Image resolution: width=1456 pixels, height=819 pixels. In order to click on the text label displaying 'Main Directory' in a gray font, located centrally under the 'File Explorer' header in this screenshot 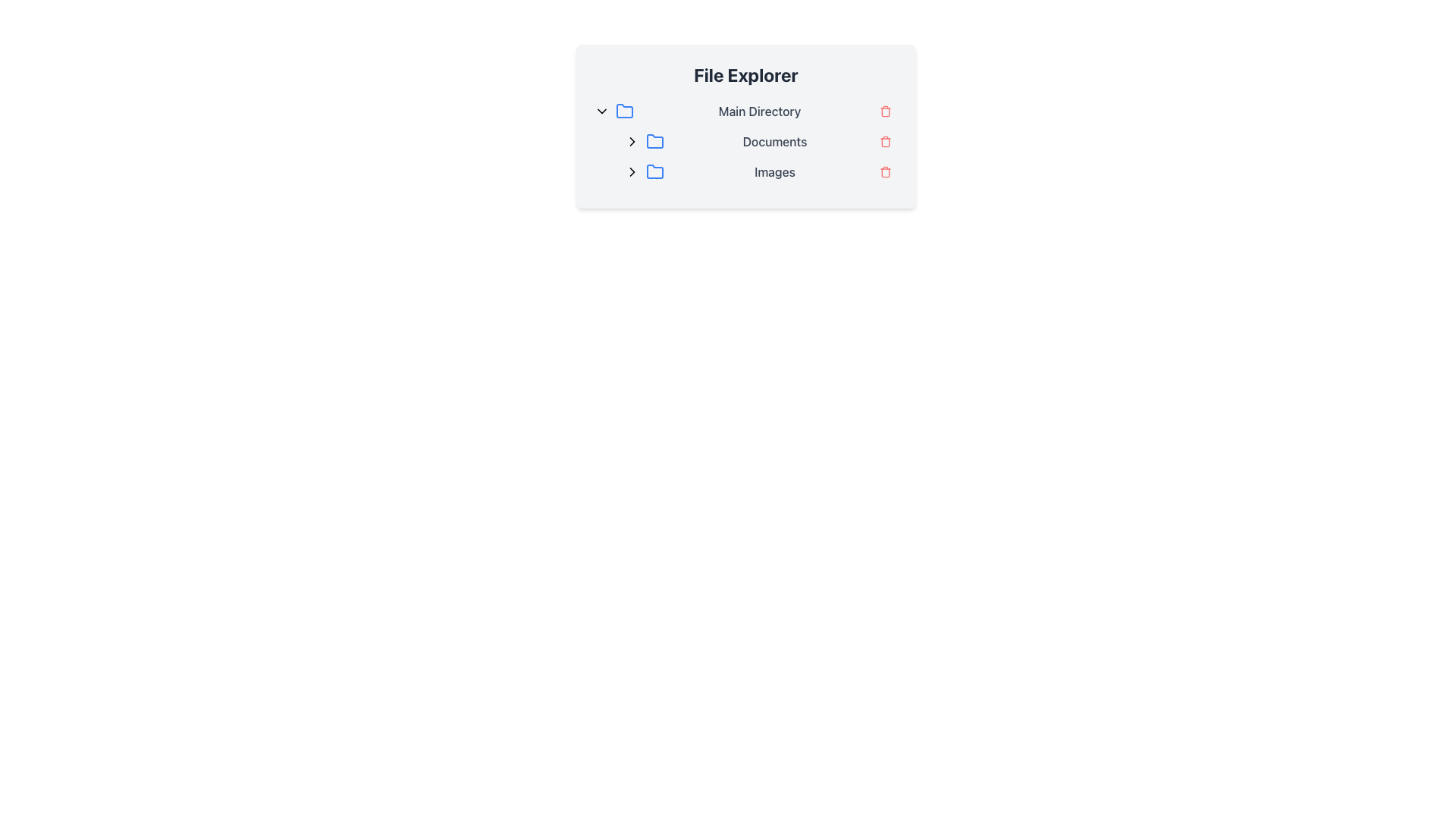, I will do `click(760, 110)`.